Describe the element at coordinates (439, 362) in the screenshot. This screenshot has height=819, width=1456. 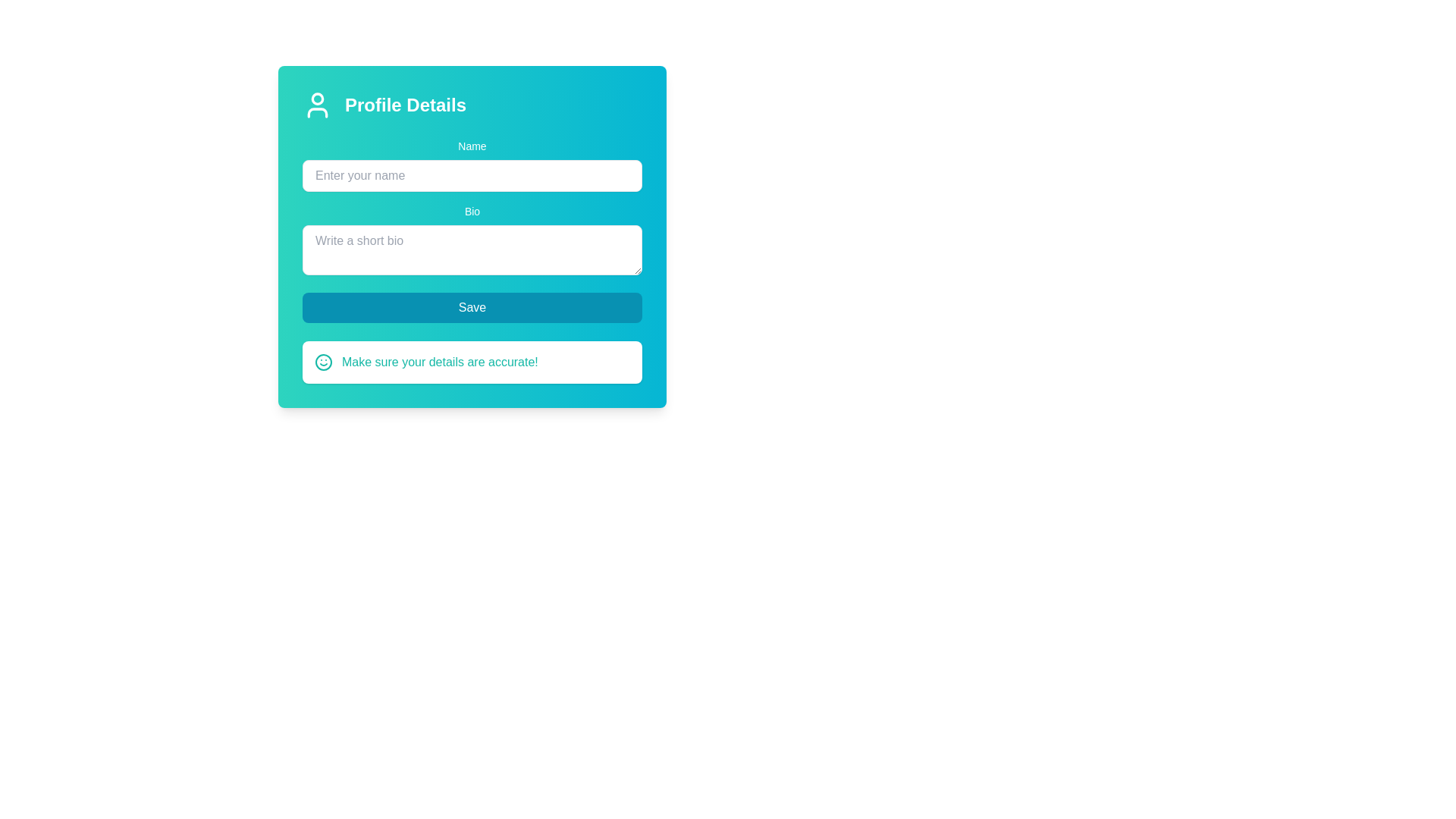
I see `the informational text displaying 'Make sure your details are accurate!' in a teal-colored font, located within a white rectangular box below the 'Save' button` at that location.